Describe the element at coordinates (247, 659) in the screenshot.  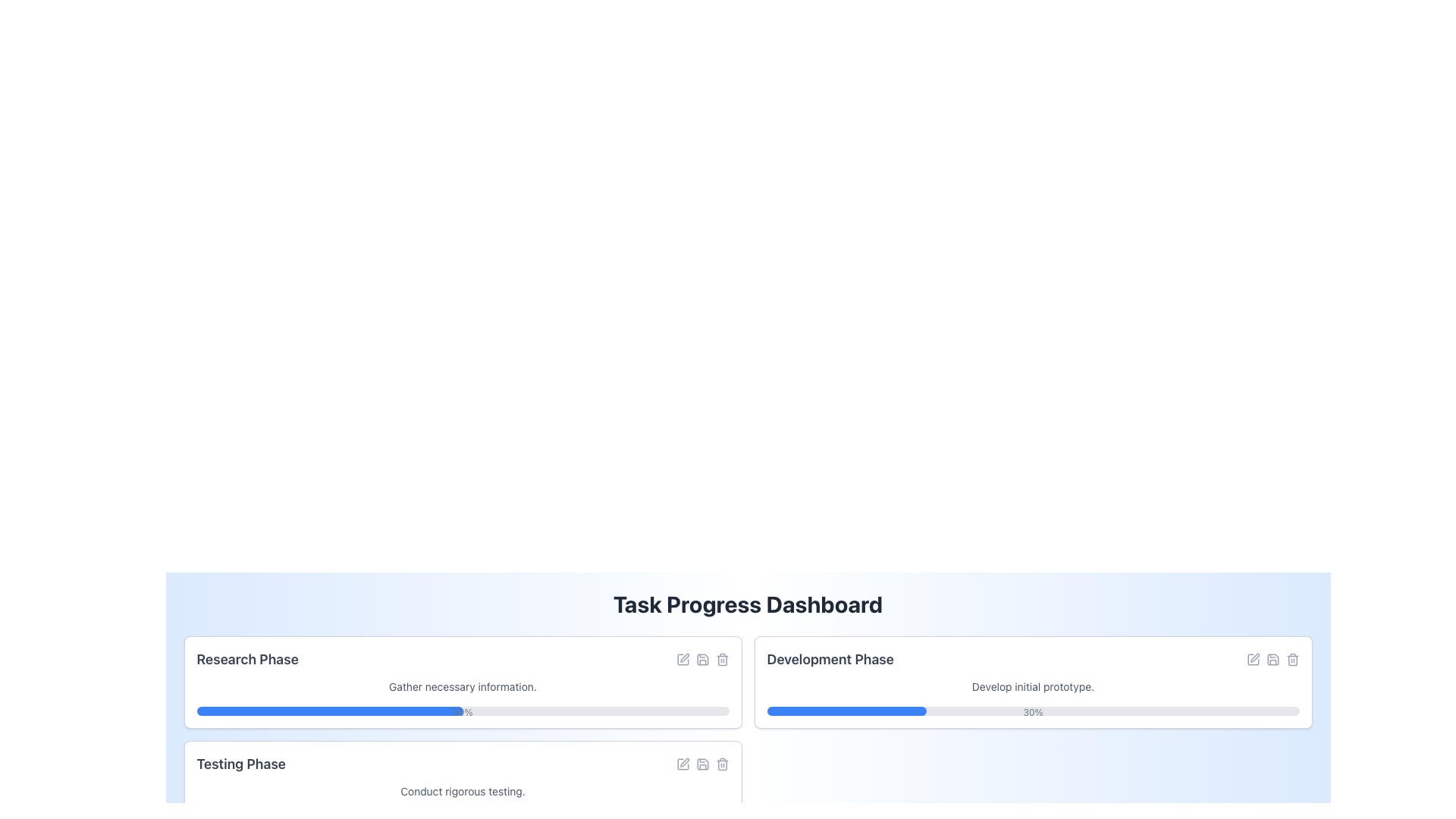
I see `the Text Label that identifies the 'Research Phase' task section in the Task Progress Dashboard` at that location.